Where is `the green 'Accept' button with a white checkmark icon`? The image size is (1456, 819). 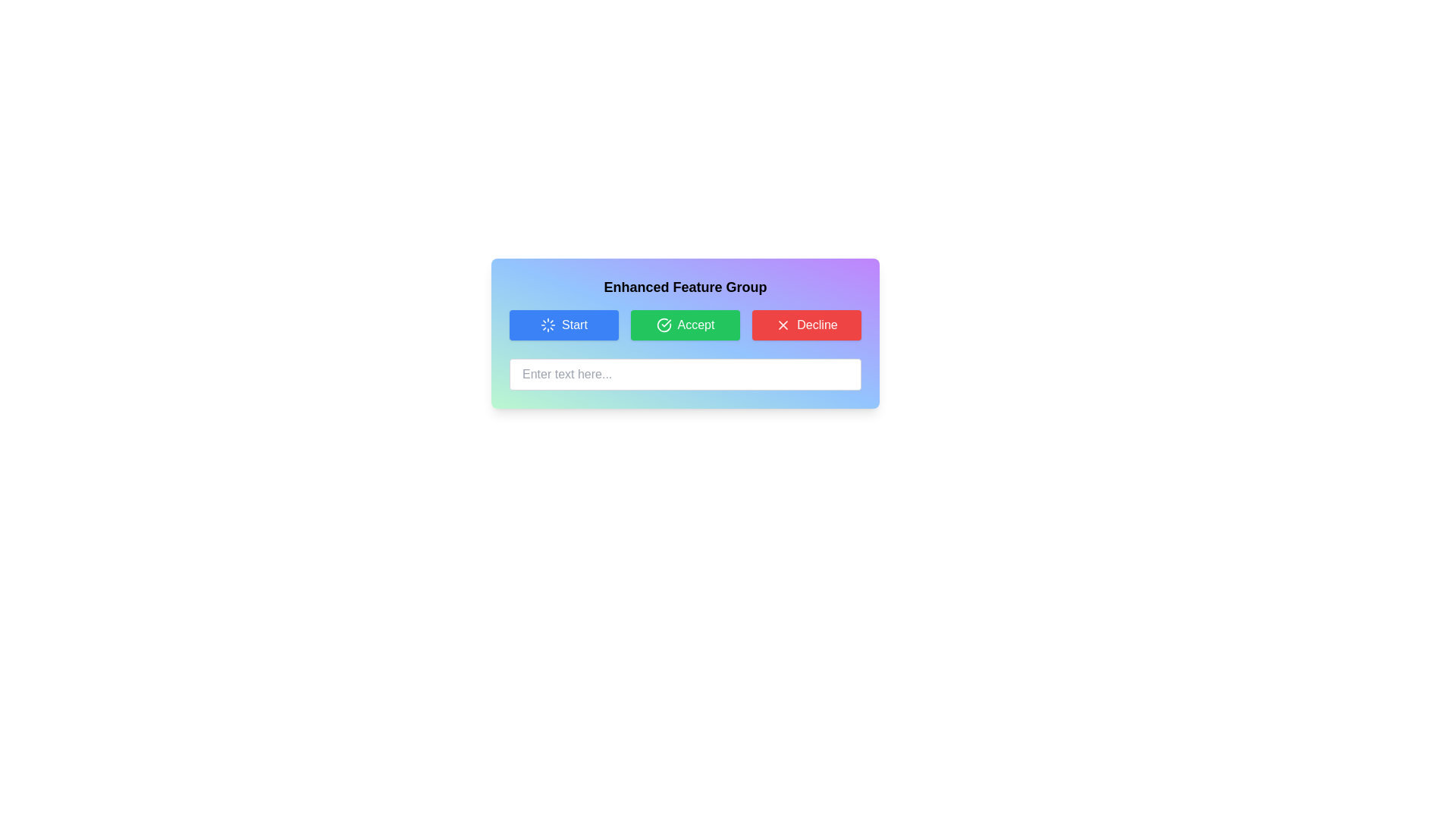 the green 'Accept' button with a white checkmark icon is located at coordinates (684, 324).